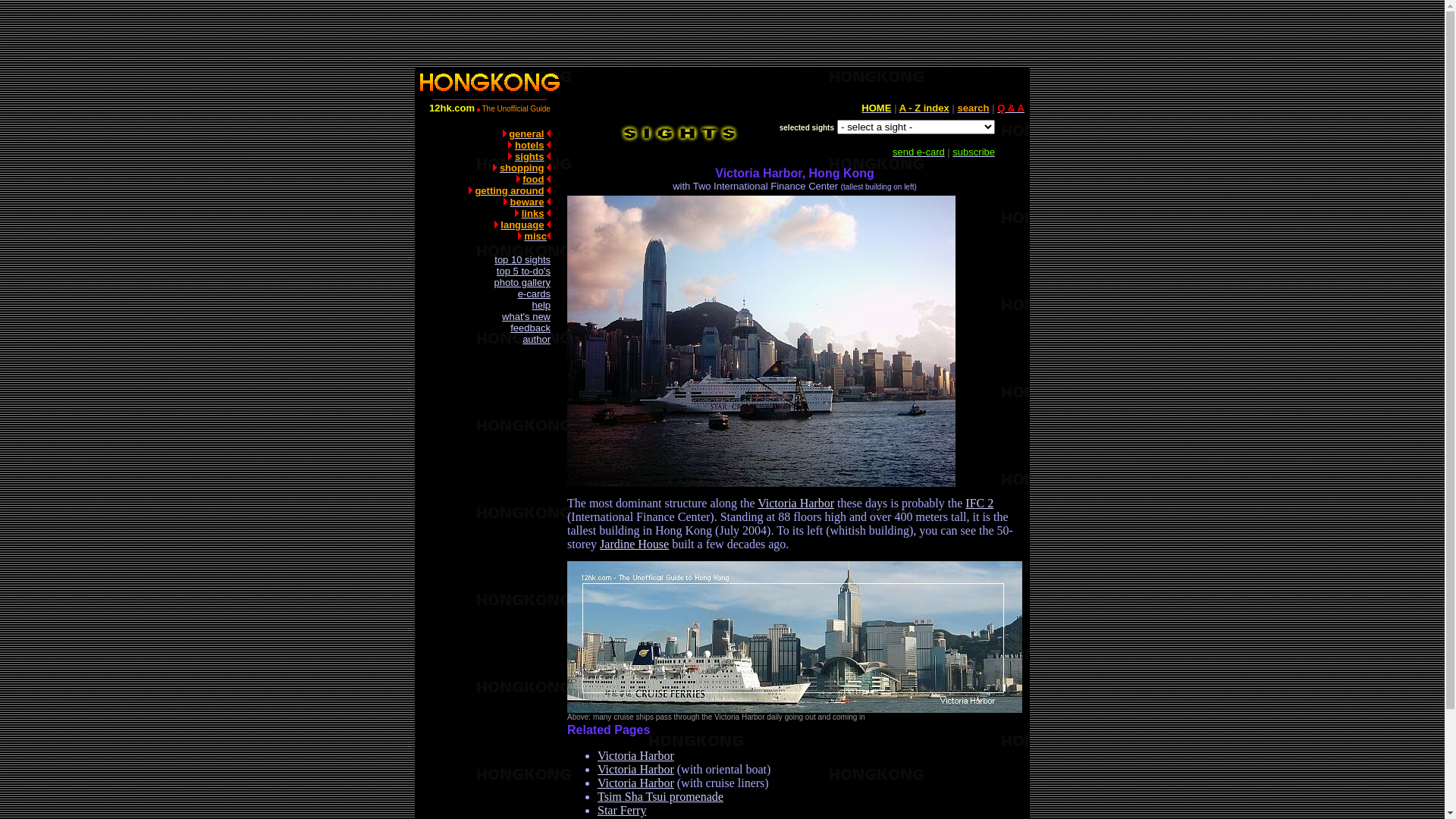  I want to click on 'language', so click(522, 224).